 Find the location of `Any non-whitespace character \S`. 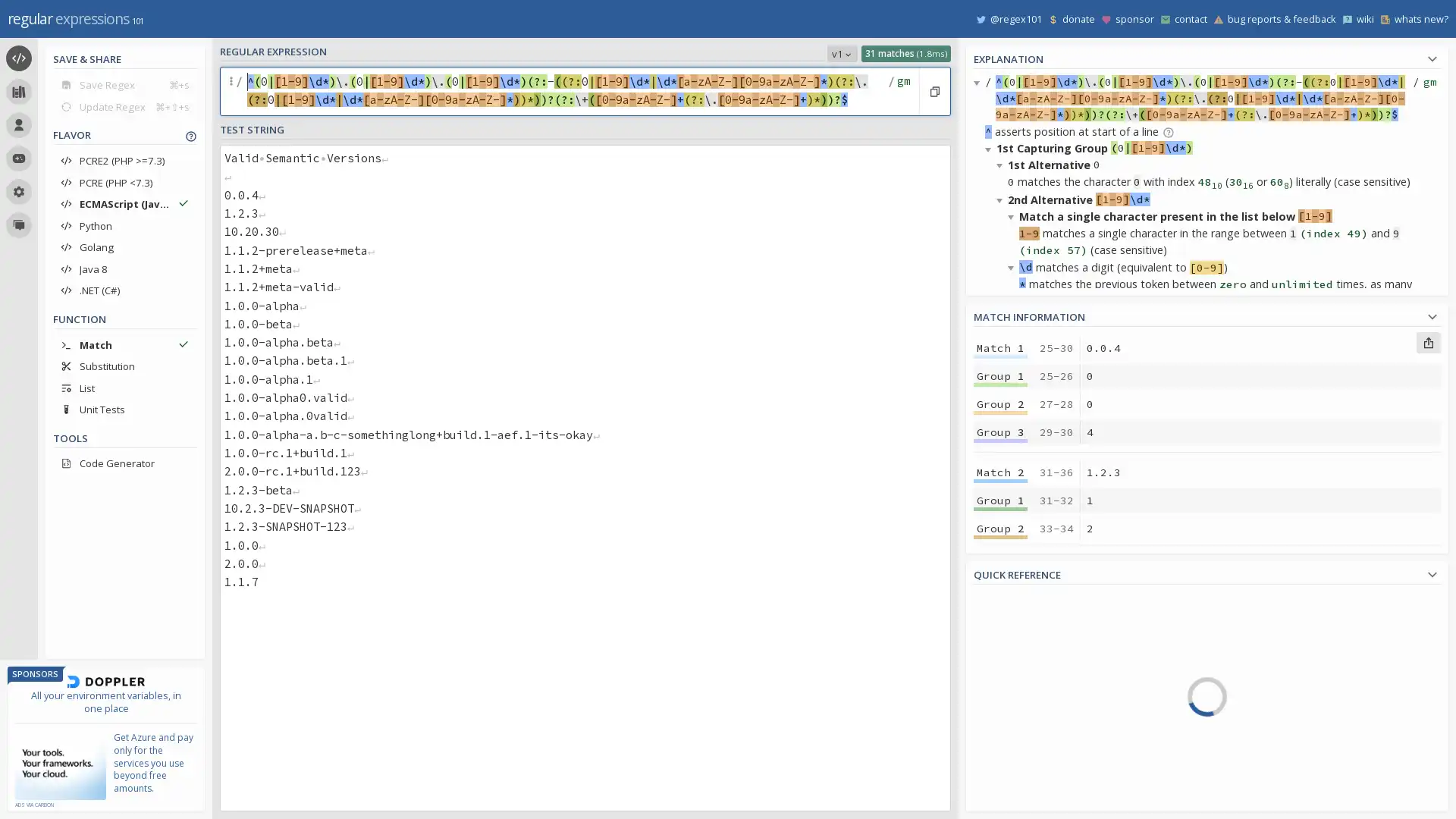

Any non-whitespace character \S is located at coordinates (1282, 773).